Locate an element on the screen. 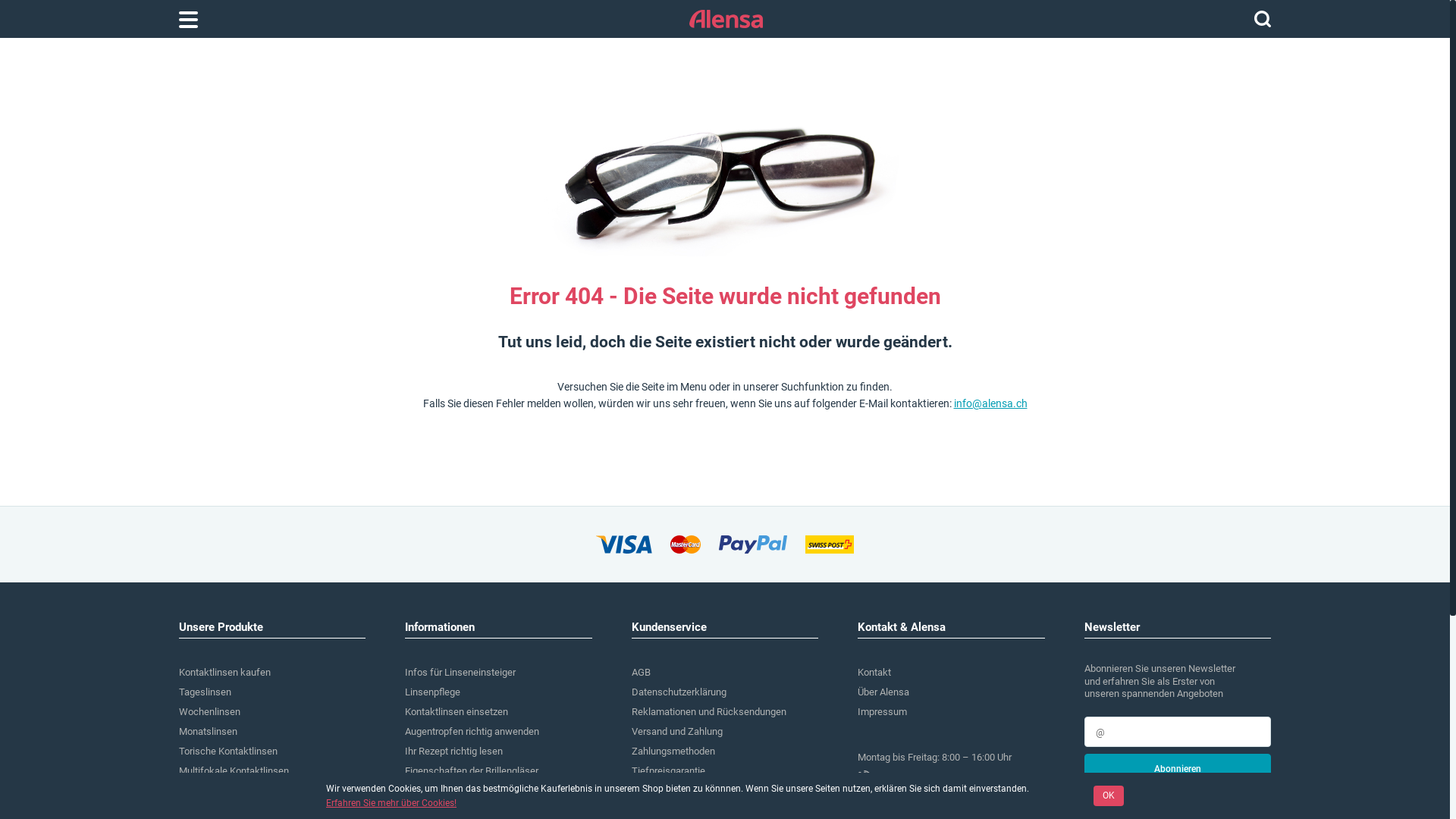 This screenshot has height=819, width=1456. 'Kontaktlinsen kaufen' is located at coordinates (178, 671).